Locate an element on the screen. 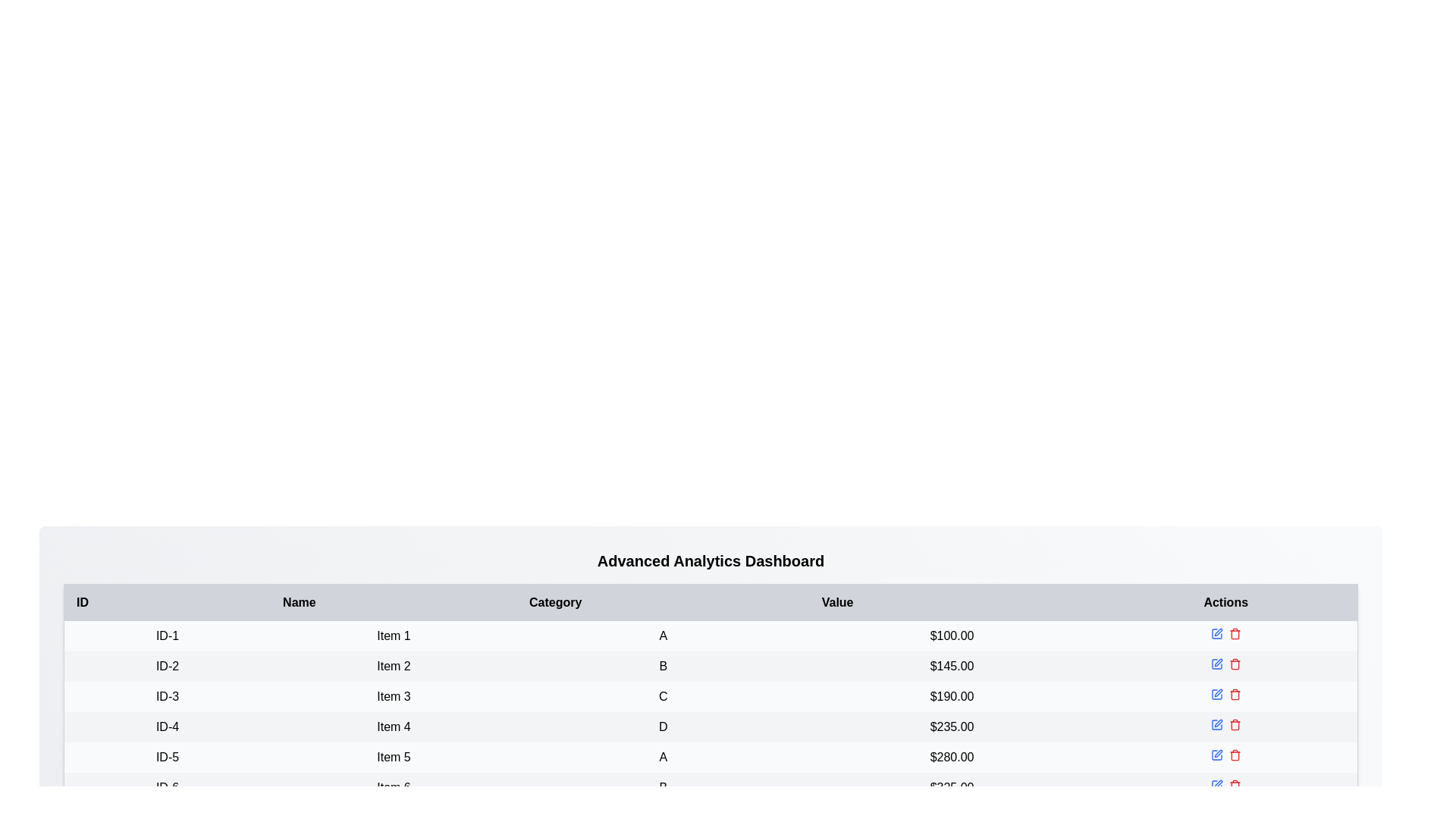  the table header to sort by Value is located at coordinates (951, 601).